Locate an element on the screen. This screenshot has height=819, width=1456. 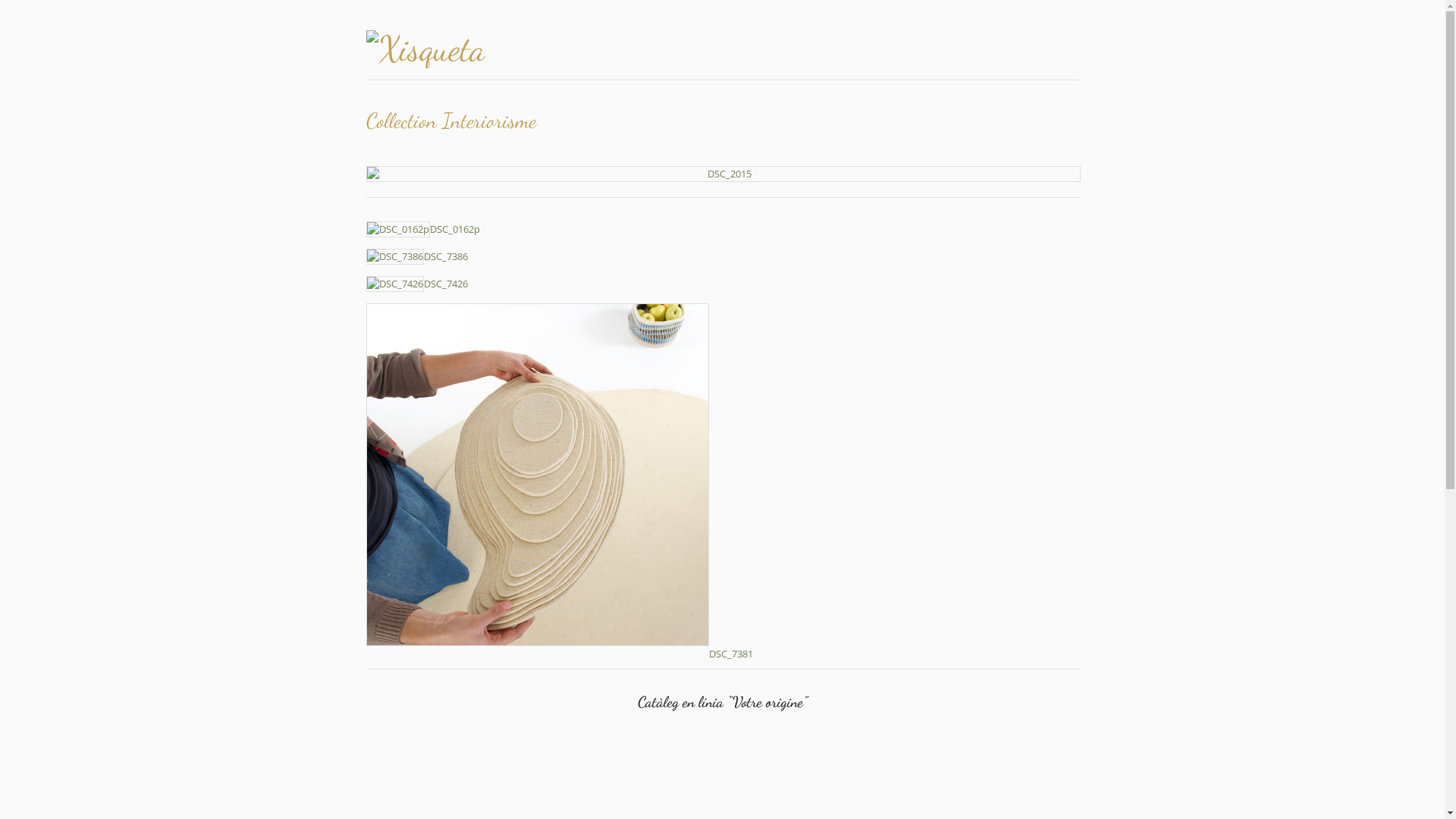
'DSC_7426' is located at coordinates (416, 284).